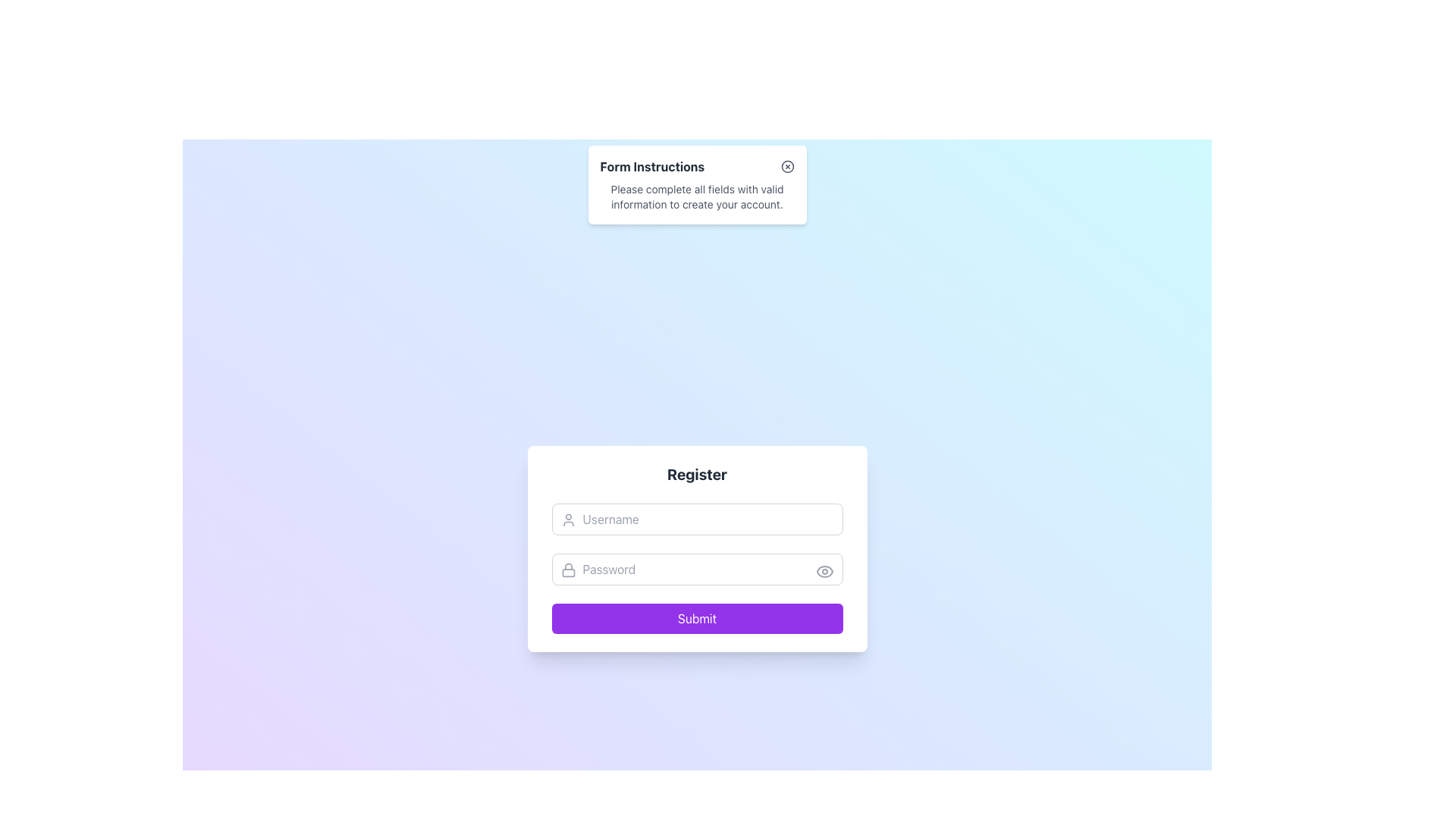  I want to click on the icon located at the top-left corner of the username input field in the registration form, which serves as a visual indicator for the username field, so click(567, 519).